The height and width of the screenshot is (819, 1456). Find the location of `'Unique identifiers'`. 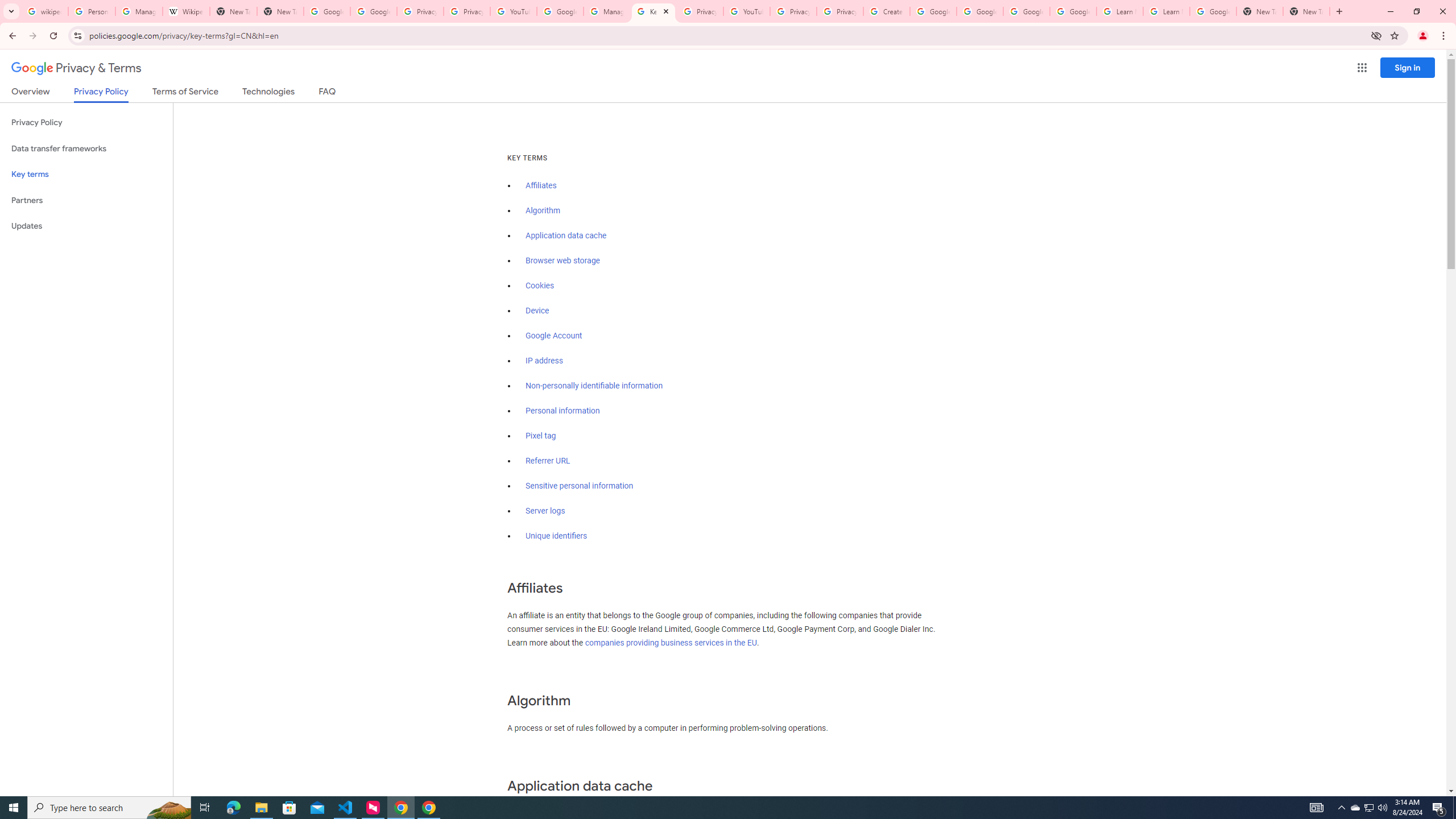

'Unique identifiers' is located at coordinates (556, 536).